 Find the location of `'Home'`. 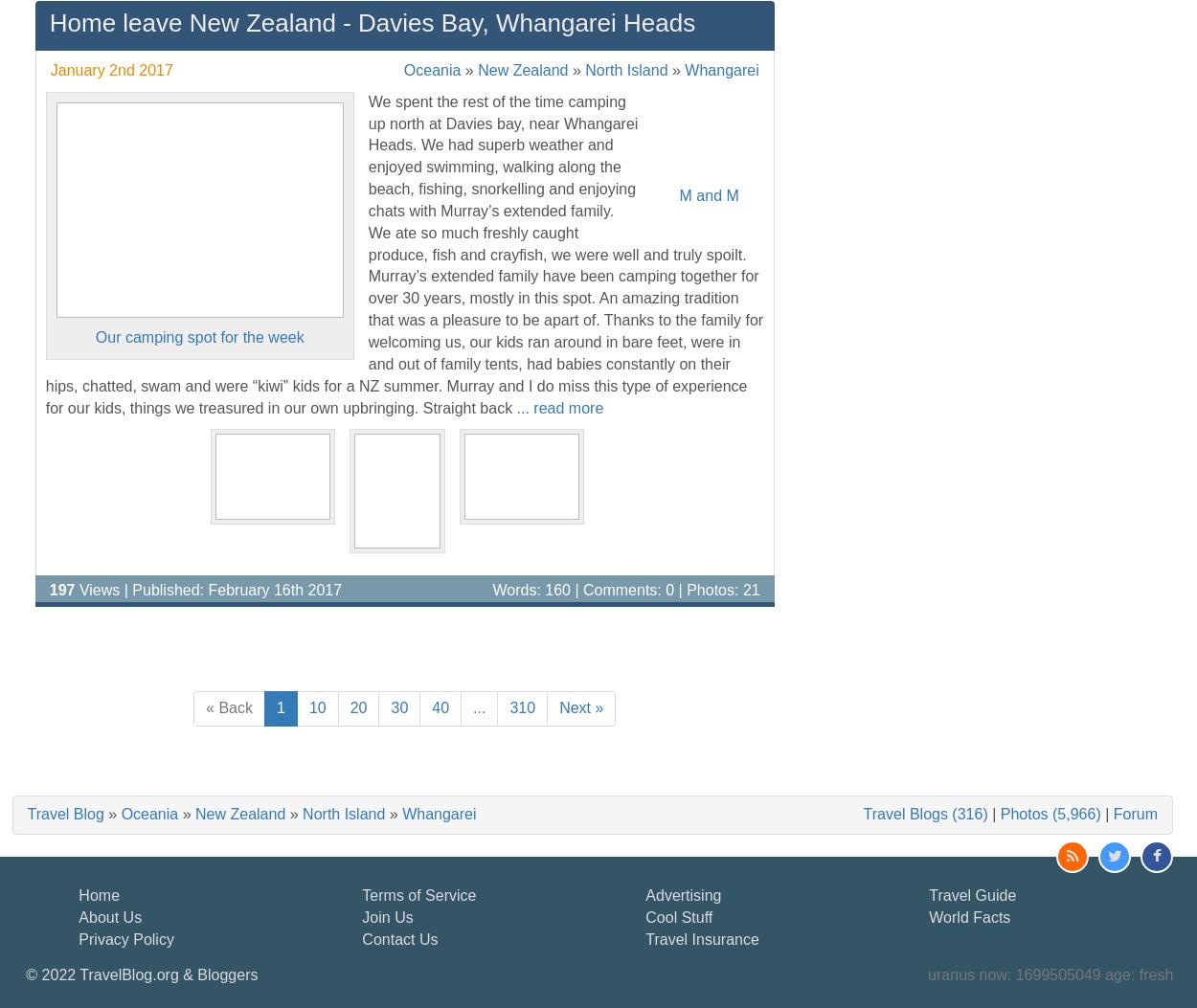

'Home' is located at coordinates (98, 893).